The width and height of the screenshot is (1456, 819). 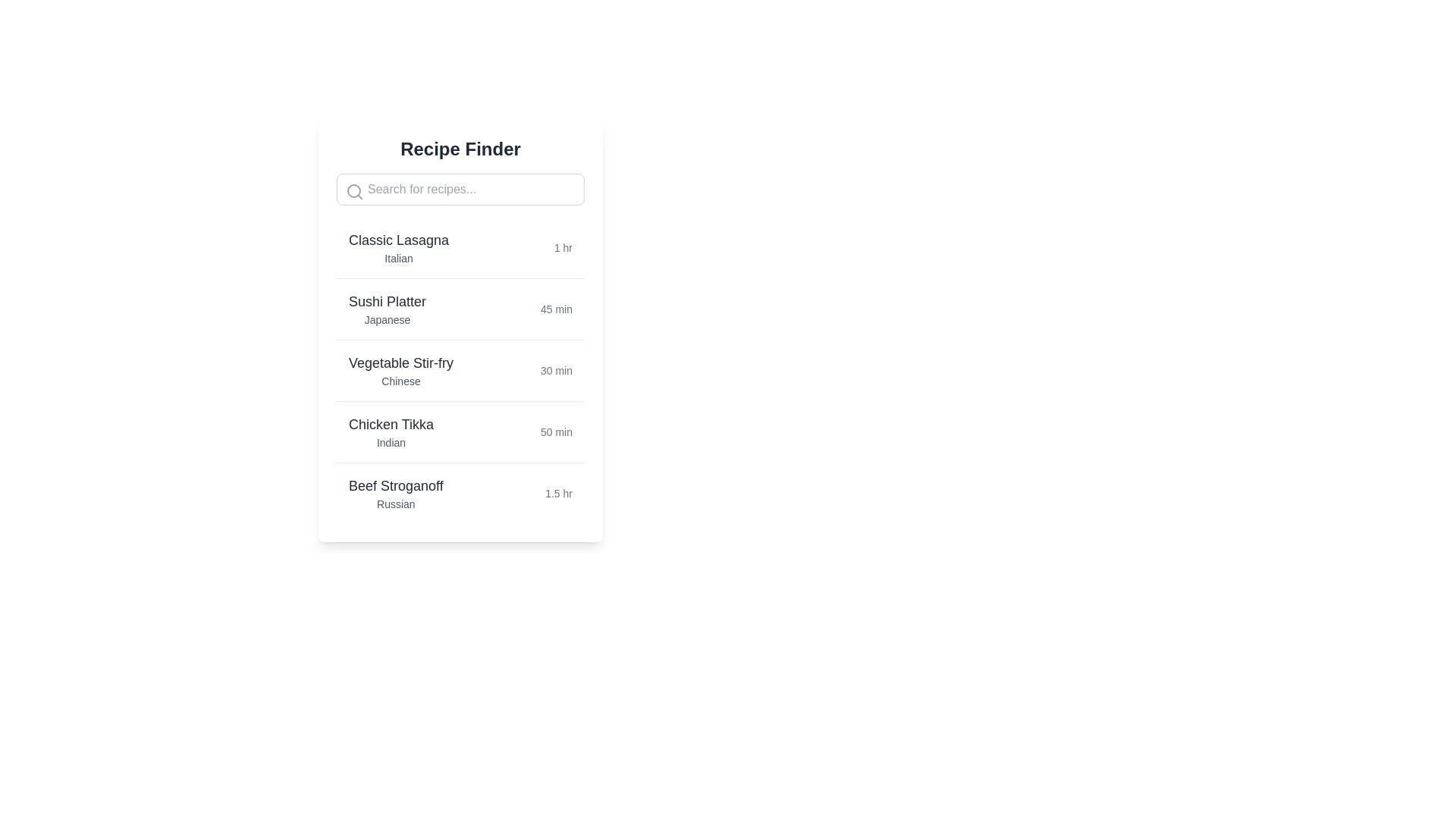 I want to click on the text label that provides additional information about the type of cuisine for 'Beef Stroganoff', which indicates it is Russian, located beneath the main entry text, so click(x=396, y=504).